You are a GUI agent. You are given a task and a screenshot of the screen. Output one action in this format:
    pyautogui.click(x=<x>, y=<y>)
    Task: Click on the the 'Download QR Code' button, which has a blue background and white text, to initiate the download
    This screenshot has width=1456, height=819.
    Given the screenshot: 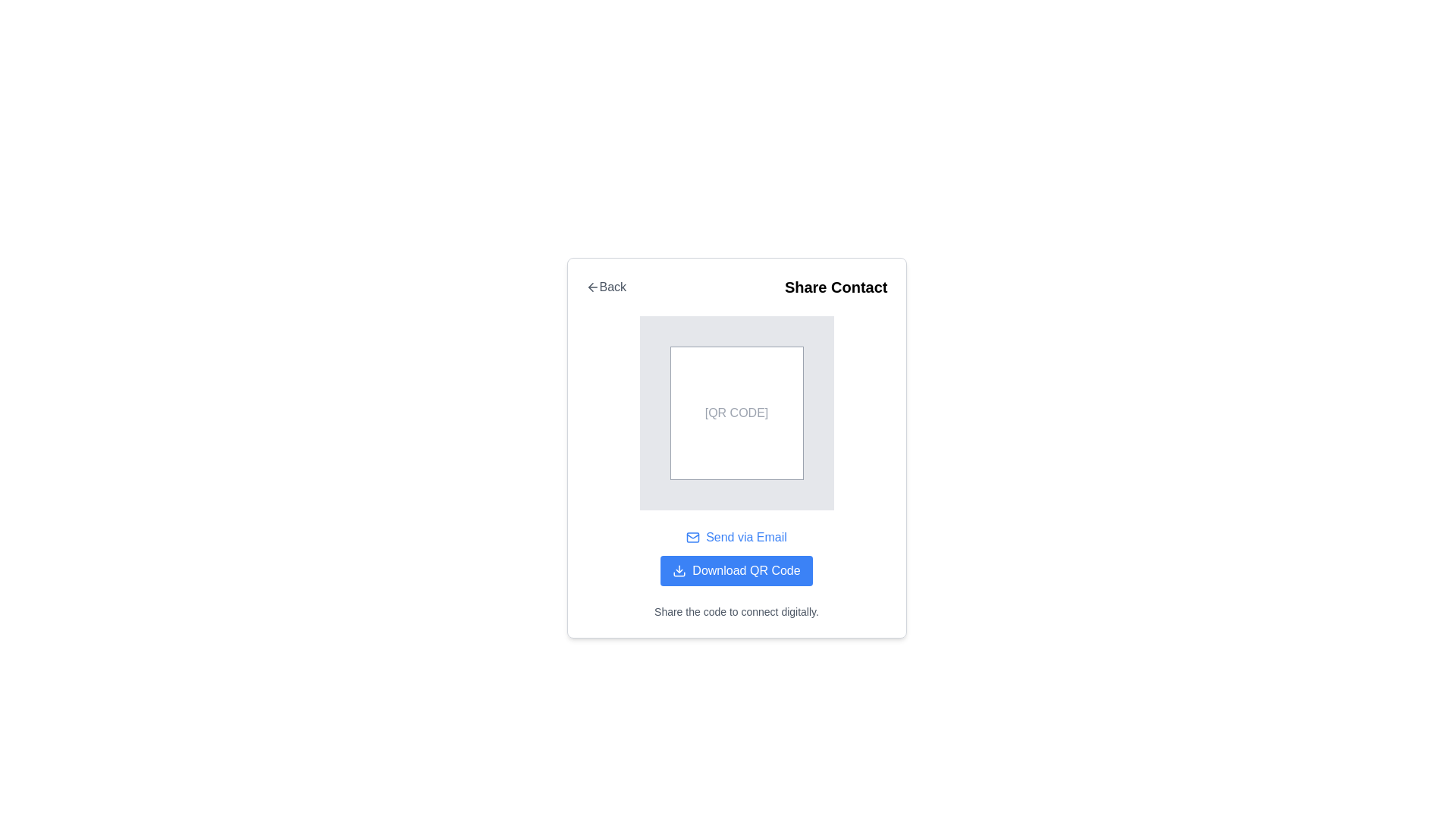 What is the action you would take?
    pyautogui.click(x=736, y=570)
    